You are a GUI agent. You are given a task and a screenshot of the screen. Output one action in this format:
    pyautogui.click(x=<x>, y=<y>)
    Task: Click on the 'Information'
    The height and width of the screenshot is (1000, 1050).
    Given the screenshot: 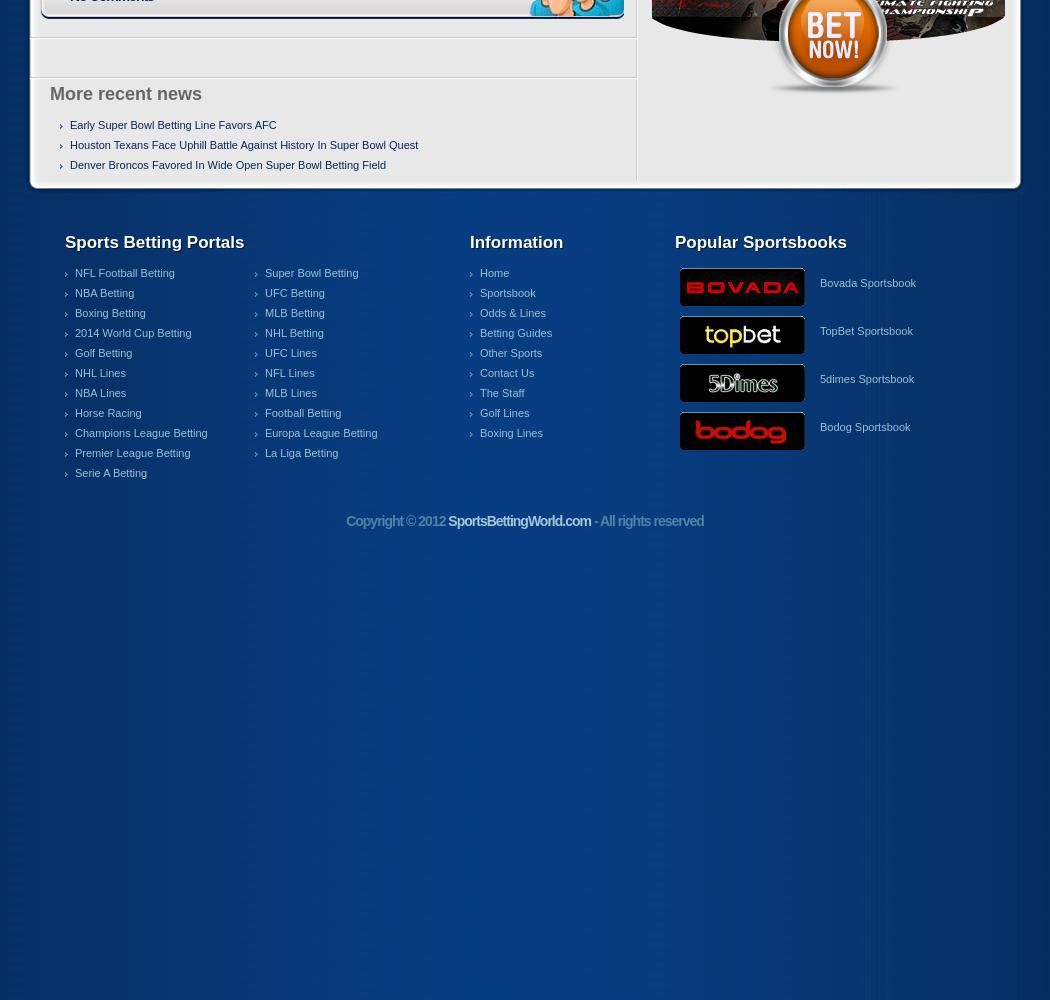 What is the action you would take?
    pyautogui.click(x=515, y=241)
    